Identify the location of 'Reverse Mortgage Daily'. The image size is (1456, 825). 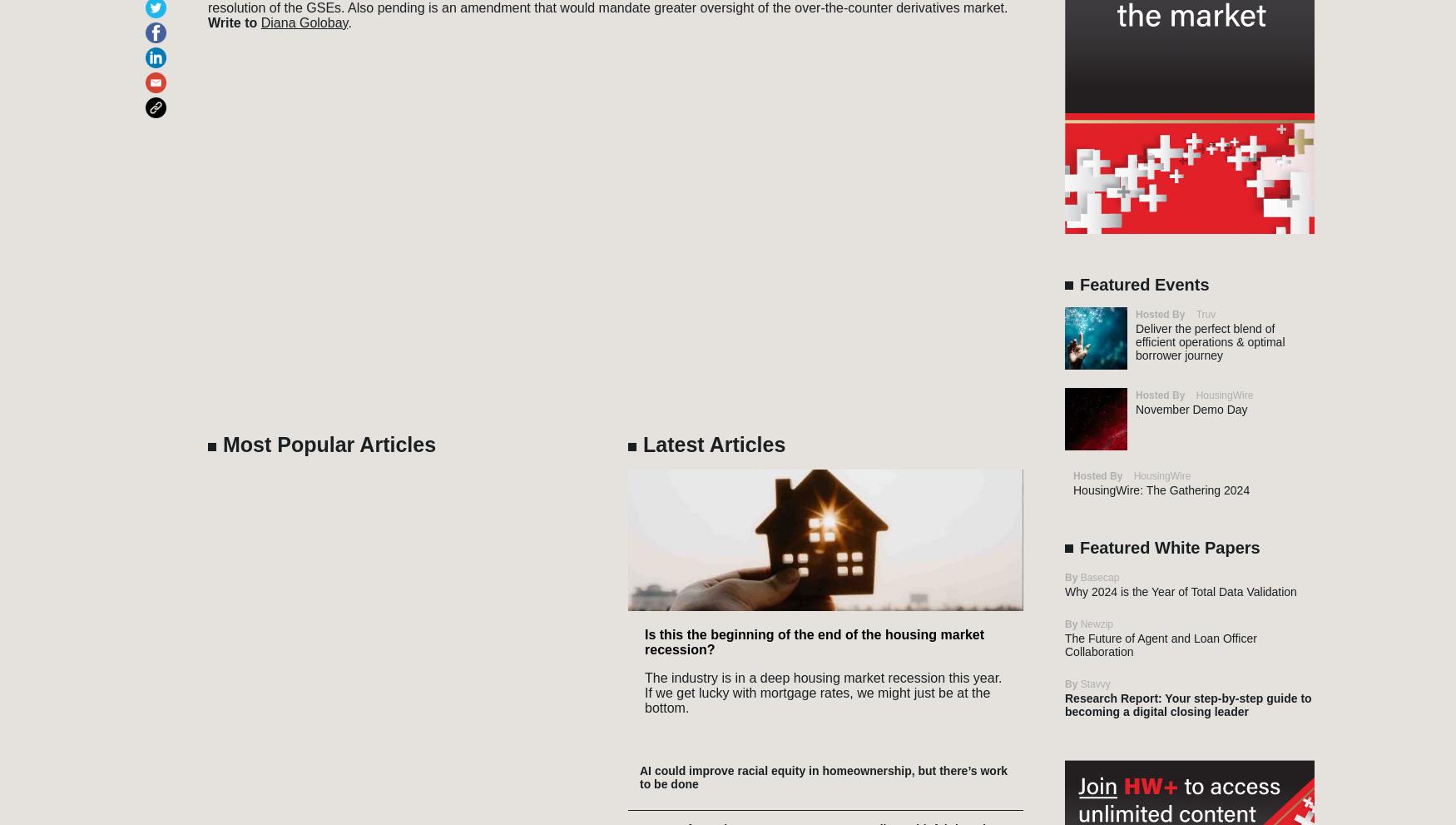
(140, 757).